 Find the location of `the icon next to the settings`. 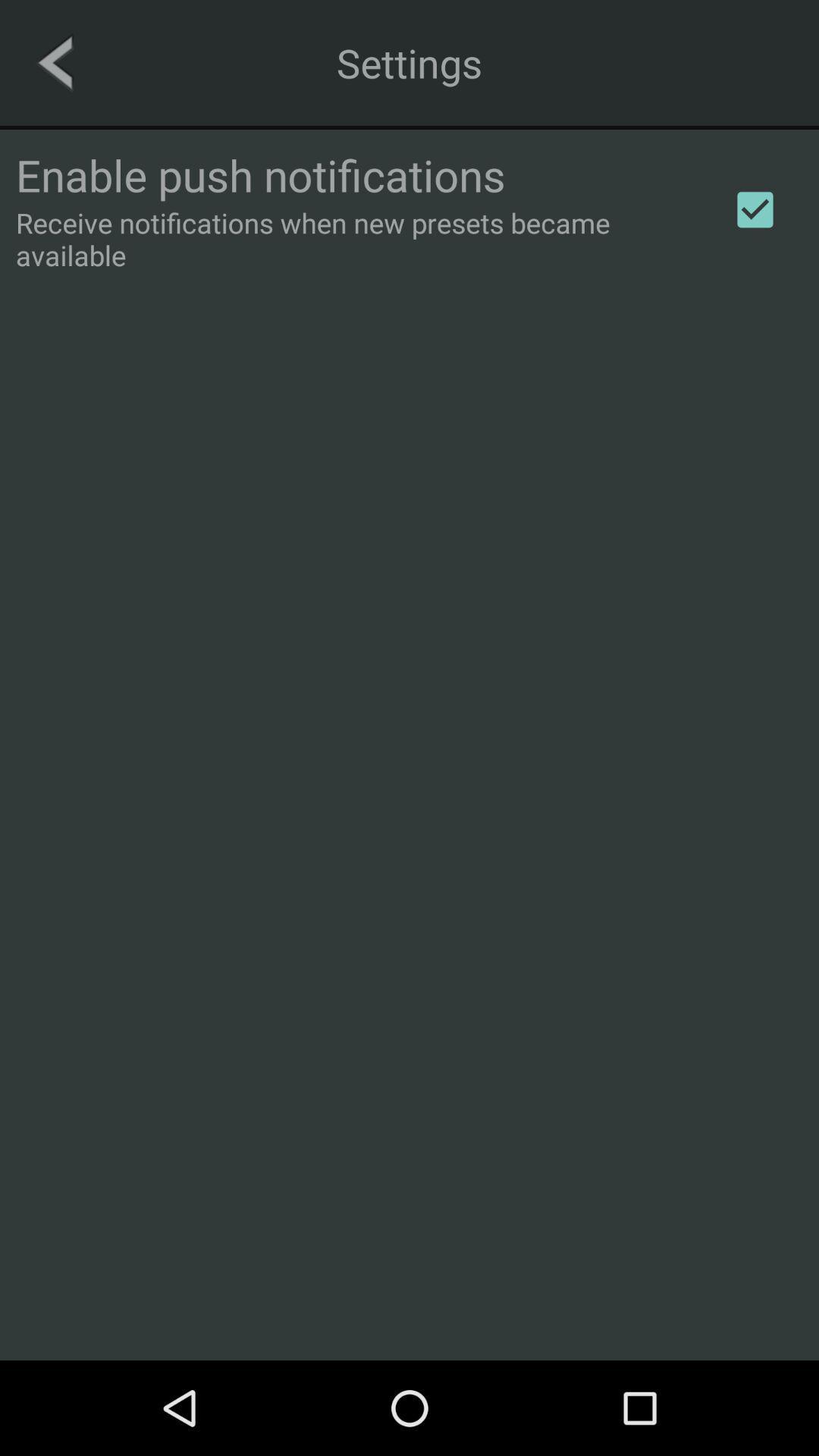

the icon next to the settings is located at coordinates (54, 61).